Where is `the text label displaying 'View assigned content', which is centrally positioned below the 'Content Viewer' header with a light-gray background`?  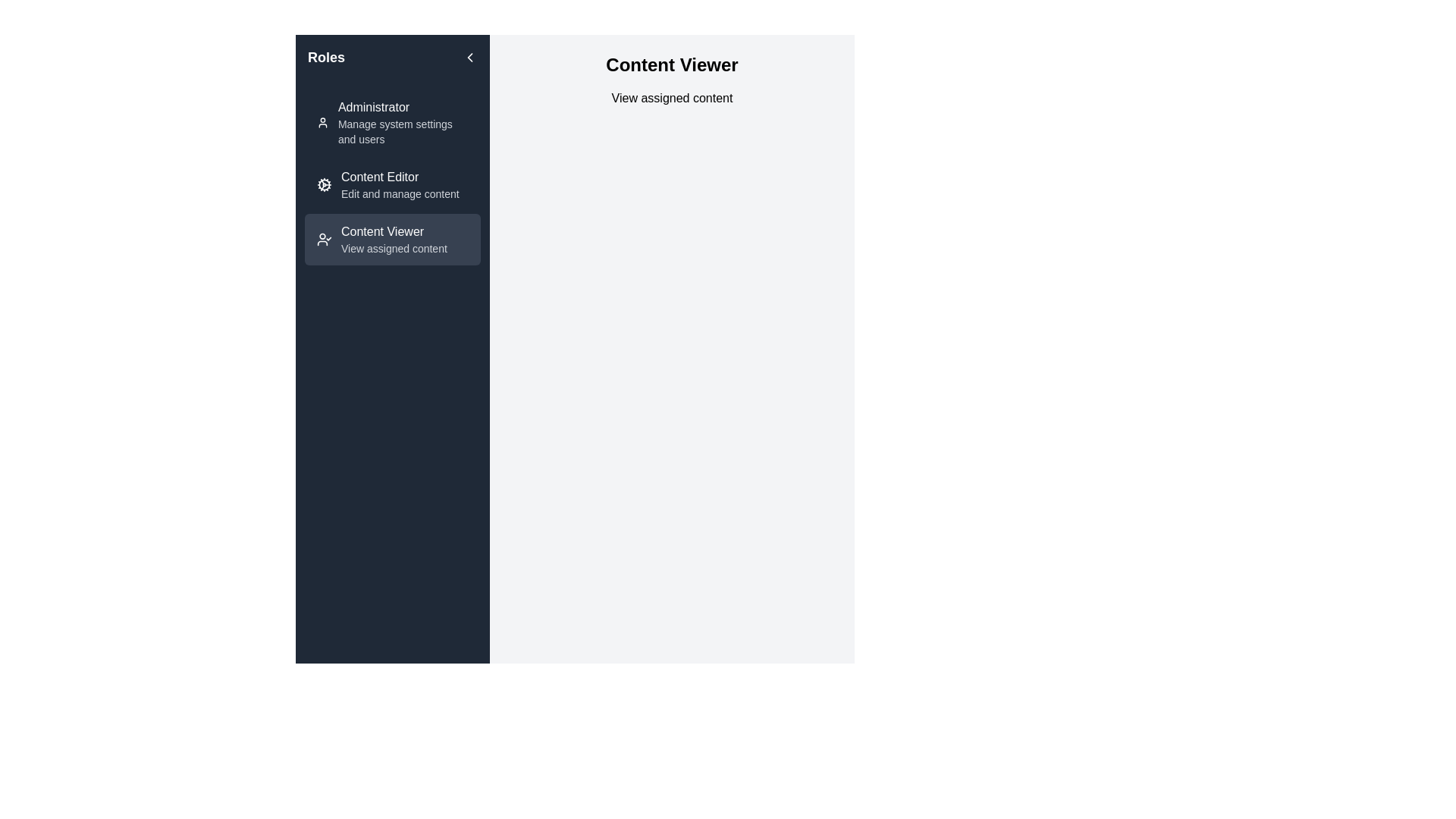 the text label displaying 'View assigned content', which is centrally positioned below the 'Content Viewer' header with a light-gray background is located at coordinates (671, 99).